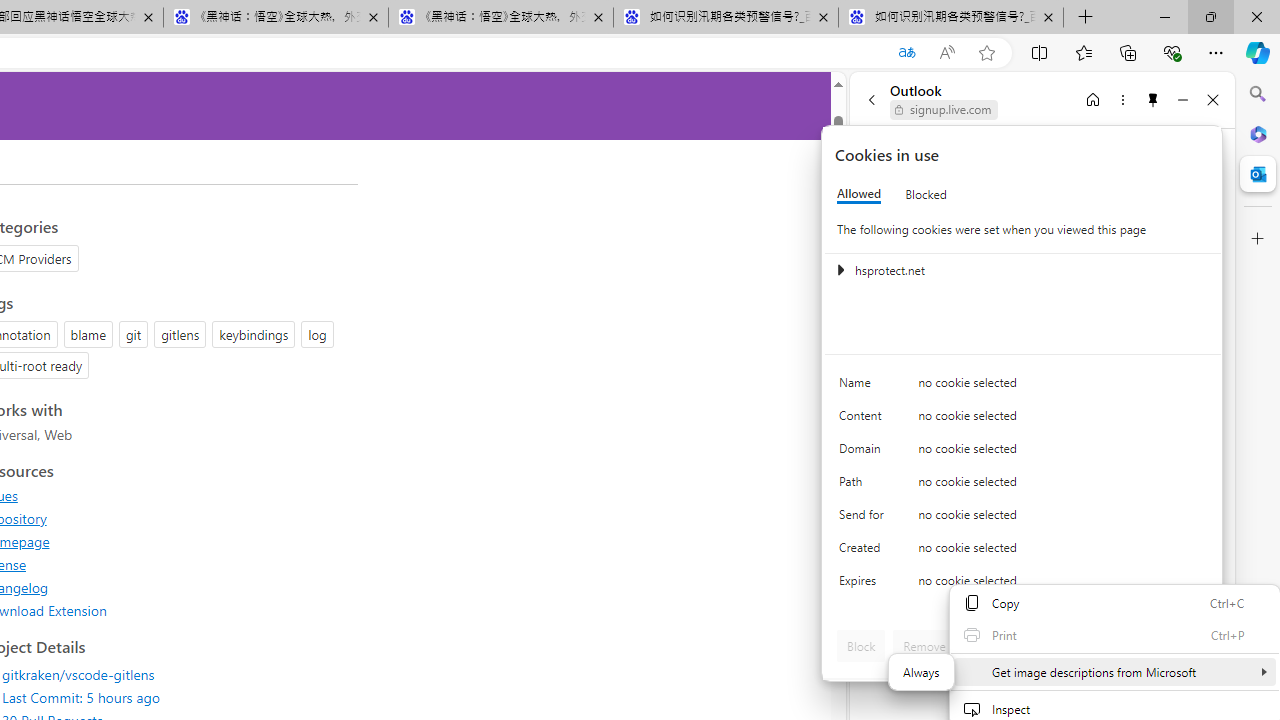  Describe the element at coordinates (920, 672) in the screenshot. I see `'Always'` at that location.